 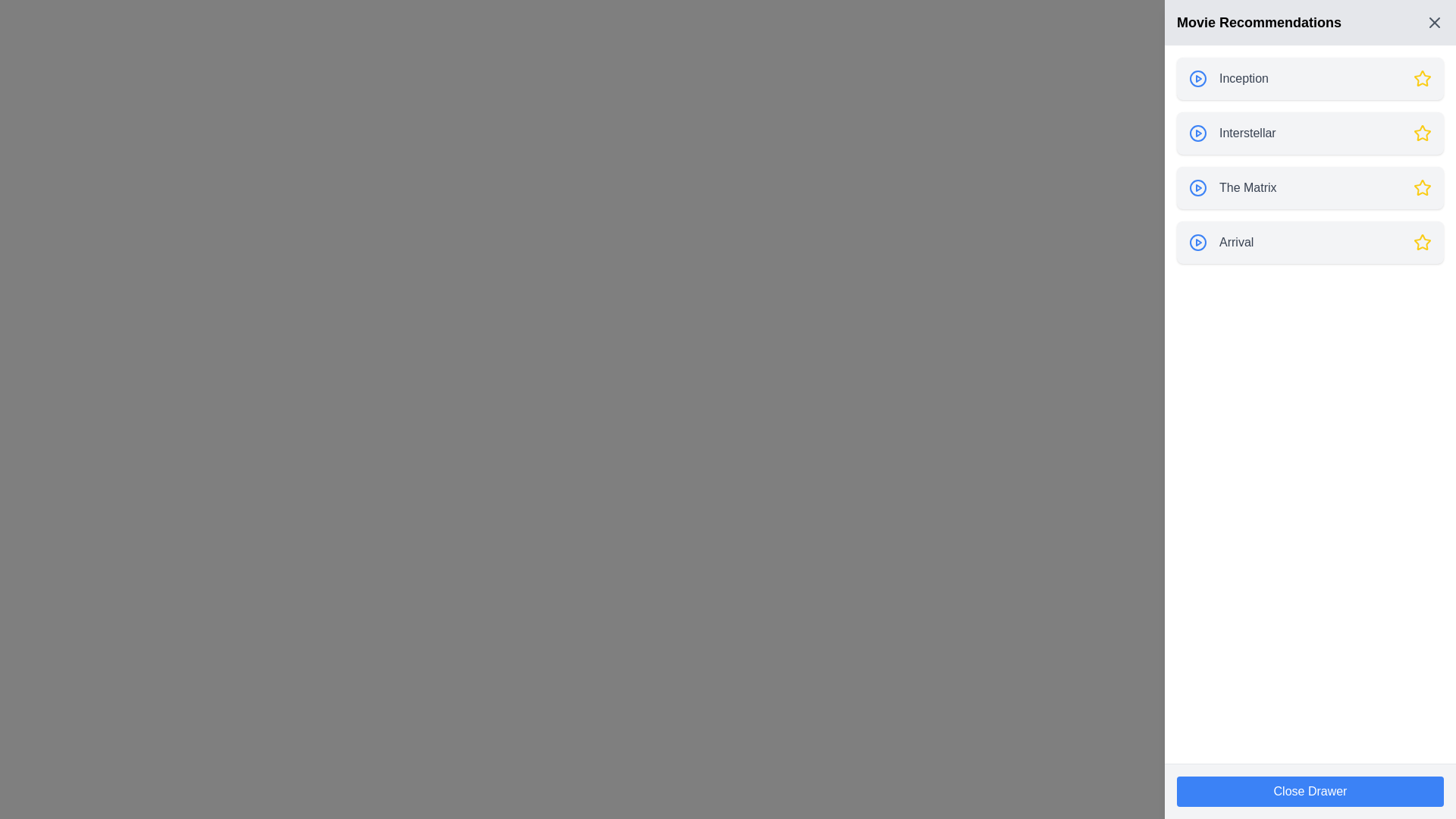 What do you see at coordinates (1197, 133) in the screenshot?
I see `the leftmost button in the 'Interstellar' section to initiate media playback` at bounding box center [1197, 133].